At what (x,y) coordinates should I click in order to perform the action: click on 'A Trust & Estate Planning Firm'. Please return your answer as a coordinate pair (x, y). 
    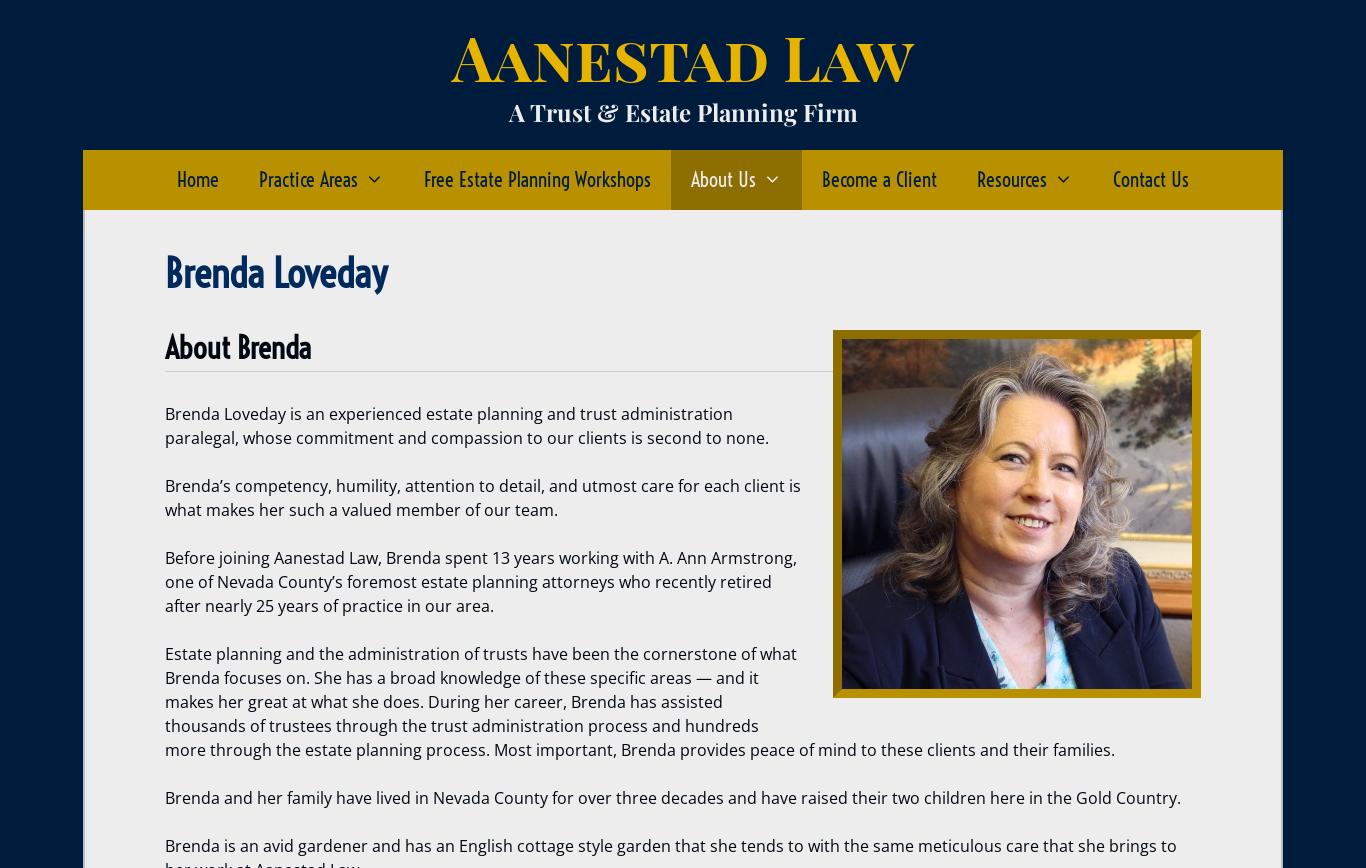
    Looking at the image, I should click on (681, 111).